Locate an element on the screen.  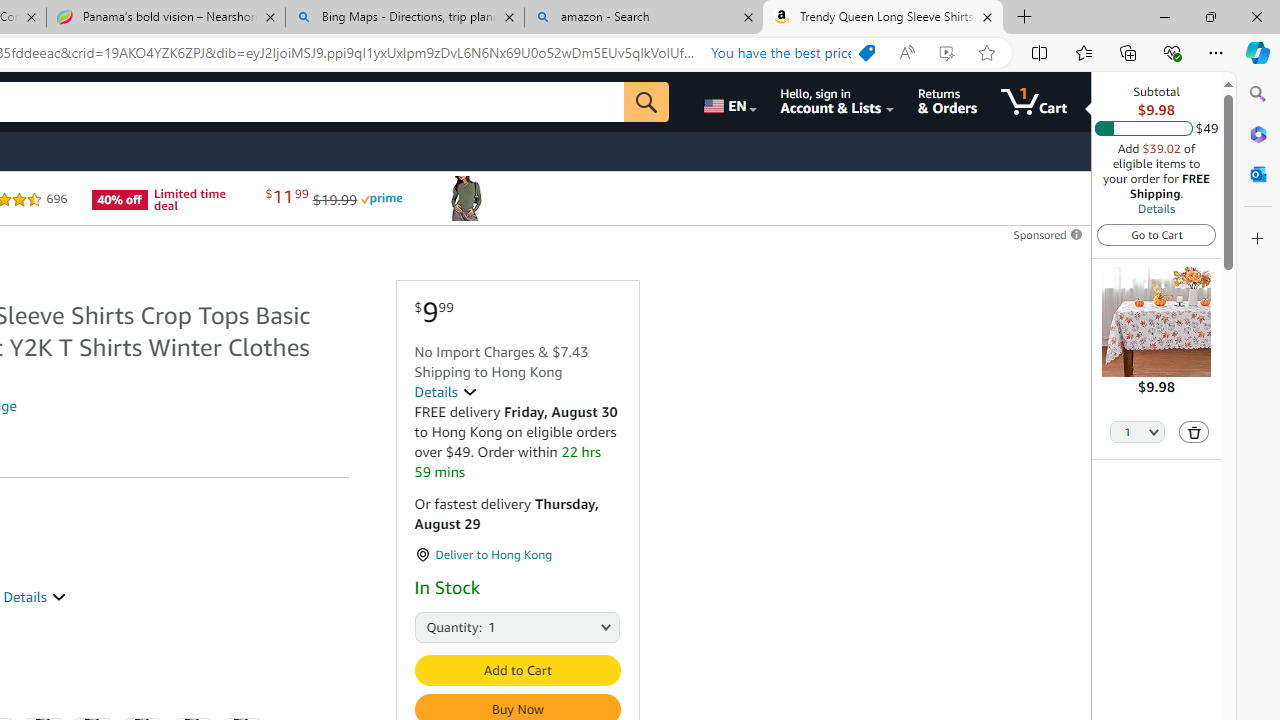
'Delete' is located at coordinates (1194, 430).